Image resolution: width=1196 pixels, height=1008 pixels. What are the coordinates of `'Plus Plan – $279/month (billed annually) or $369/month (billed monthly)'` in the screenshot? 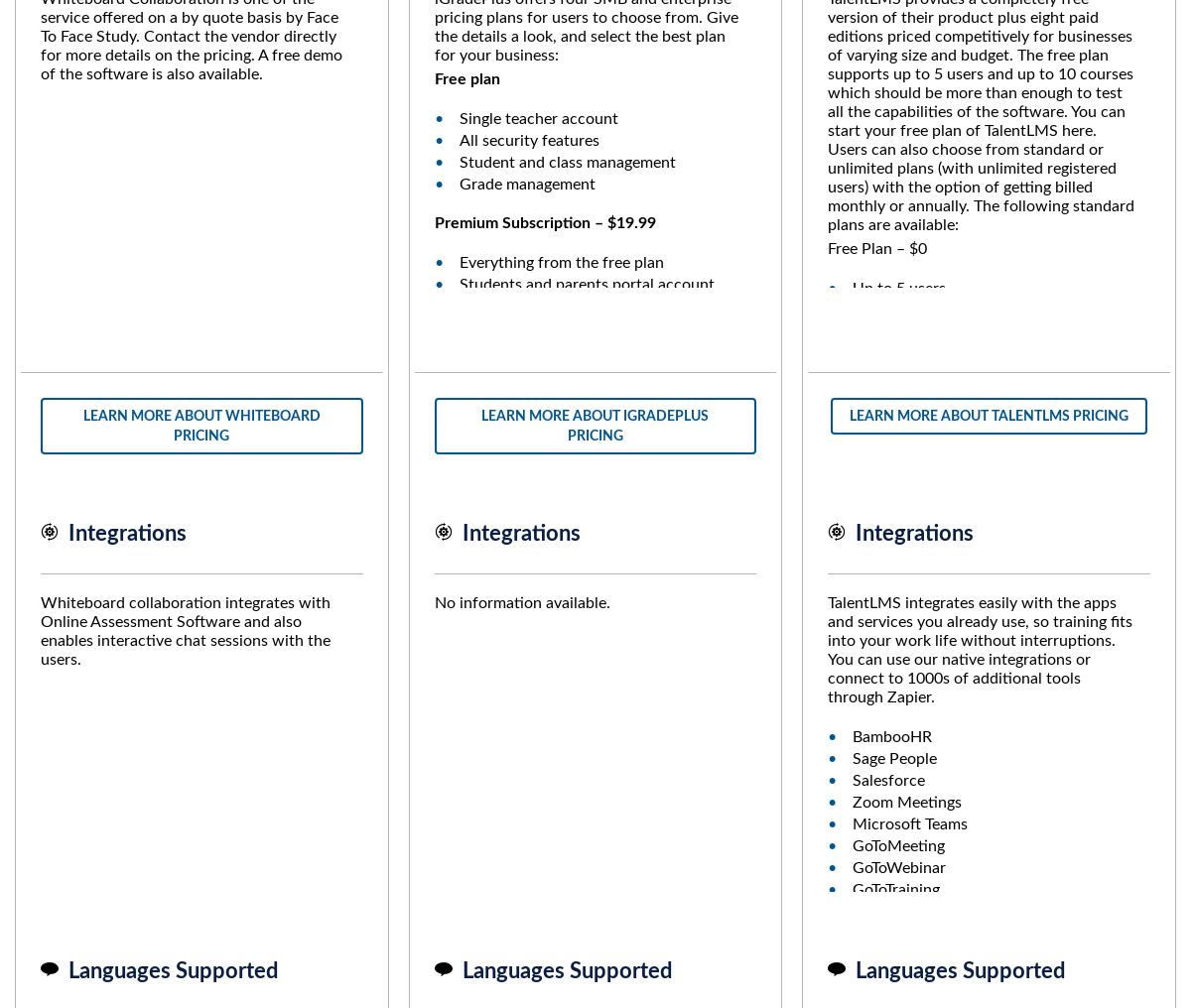 It's located at (978, 661).